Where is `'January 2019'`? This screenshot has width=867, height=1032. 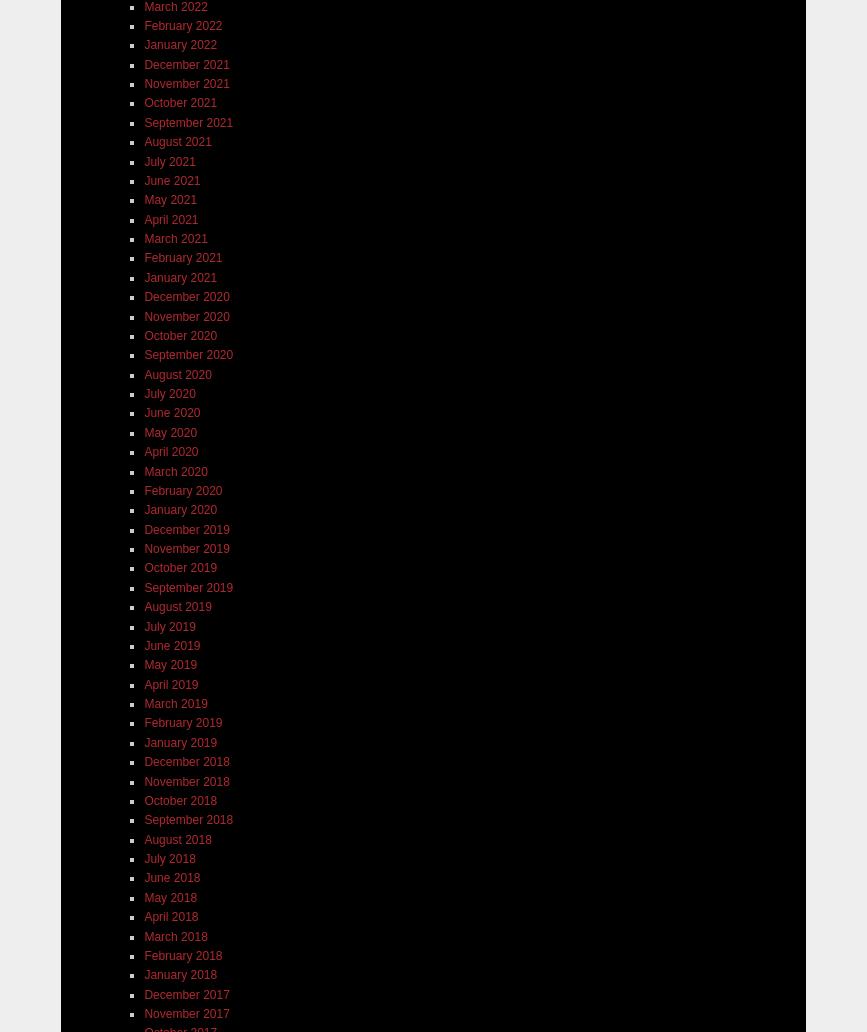 'January 2019' is located at coordinates (180, 741).